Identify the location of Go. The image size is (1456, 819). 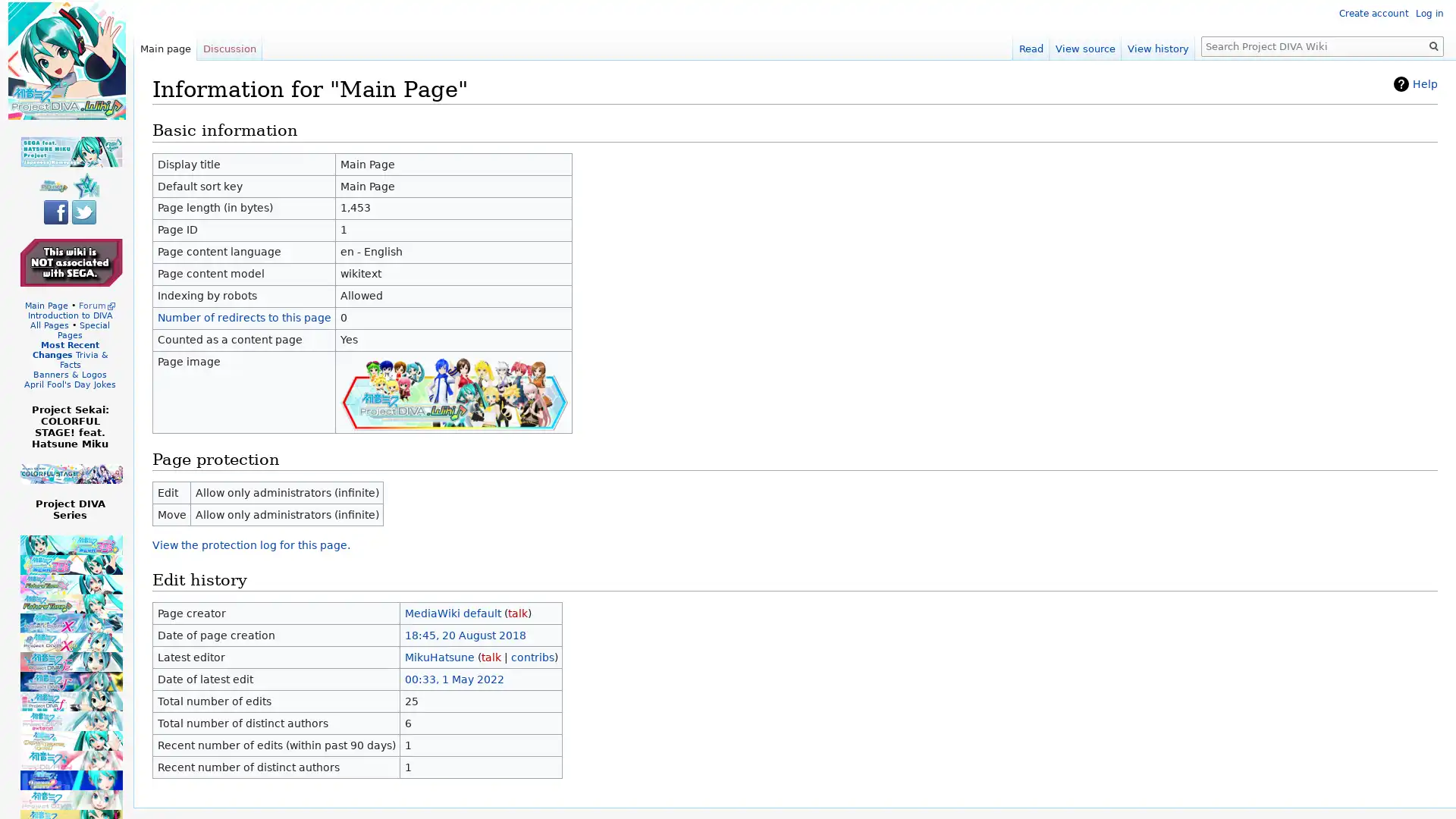
(1433, 45).